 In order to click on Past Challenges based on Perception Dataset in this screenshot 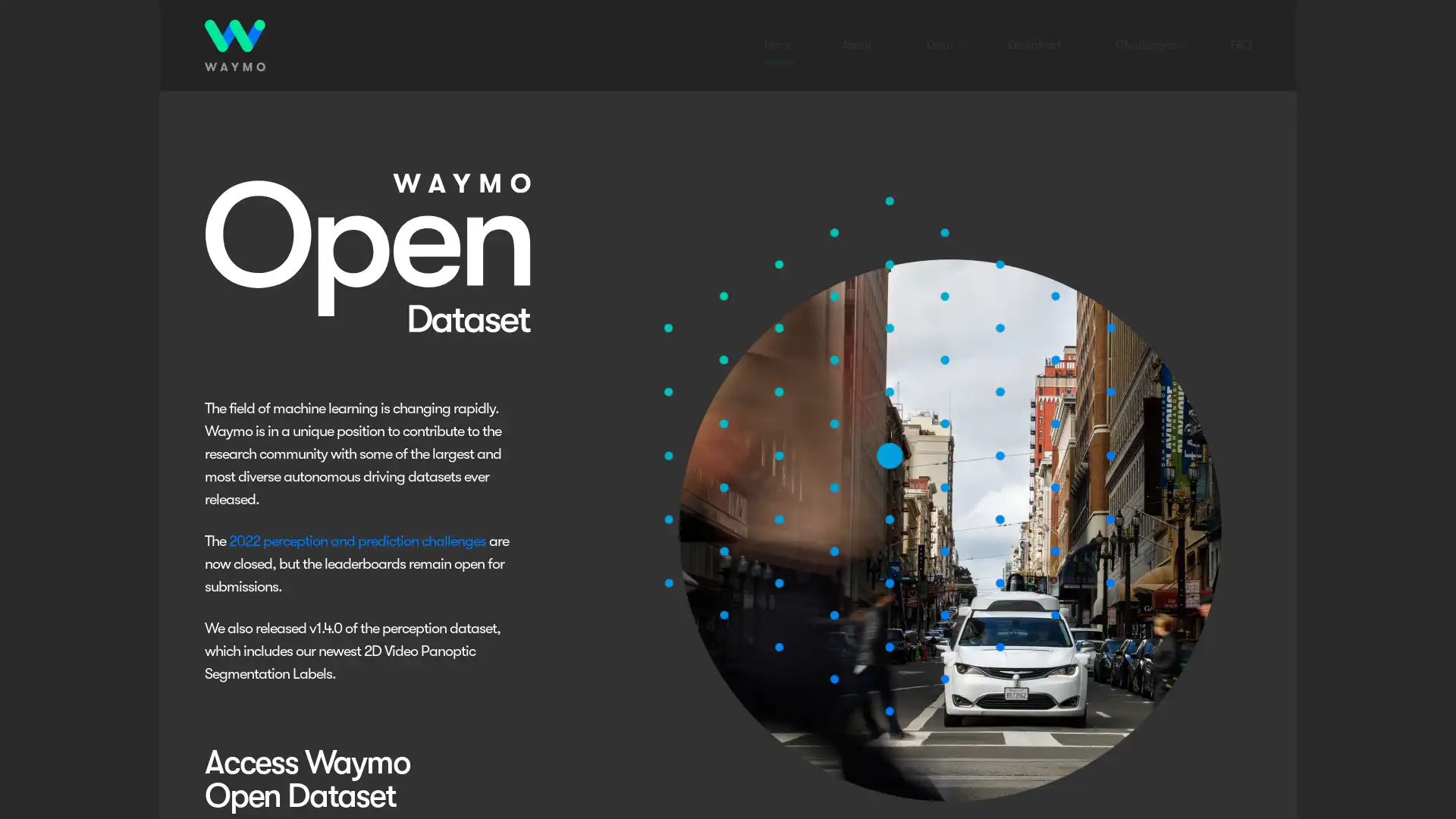, I will do `click(1168, 376)`.